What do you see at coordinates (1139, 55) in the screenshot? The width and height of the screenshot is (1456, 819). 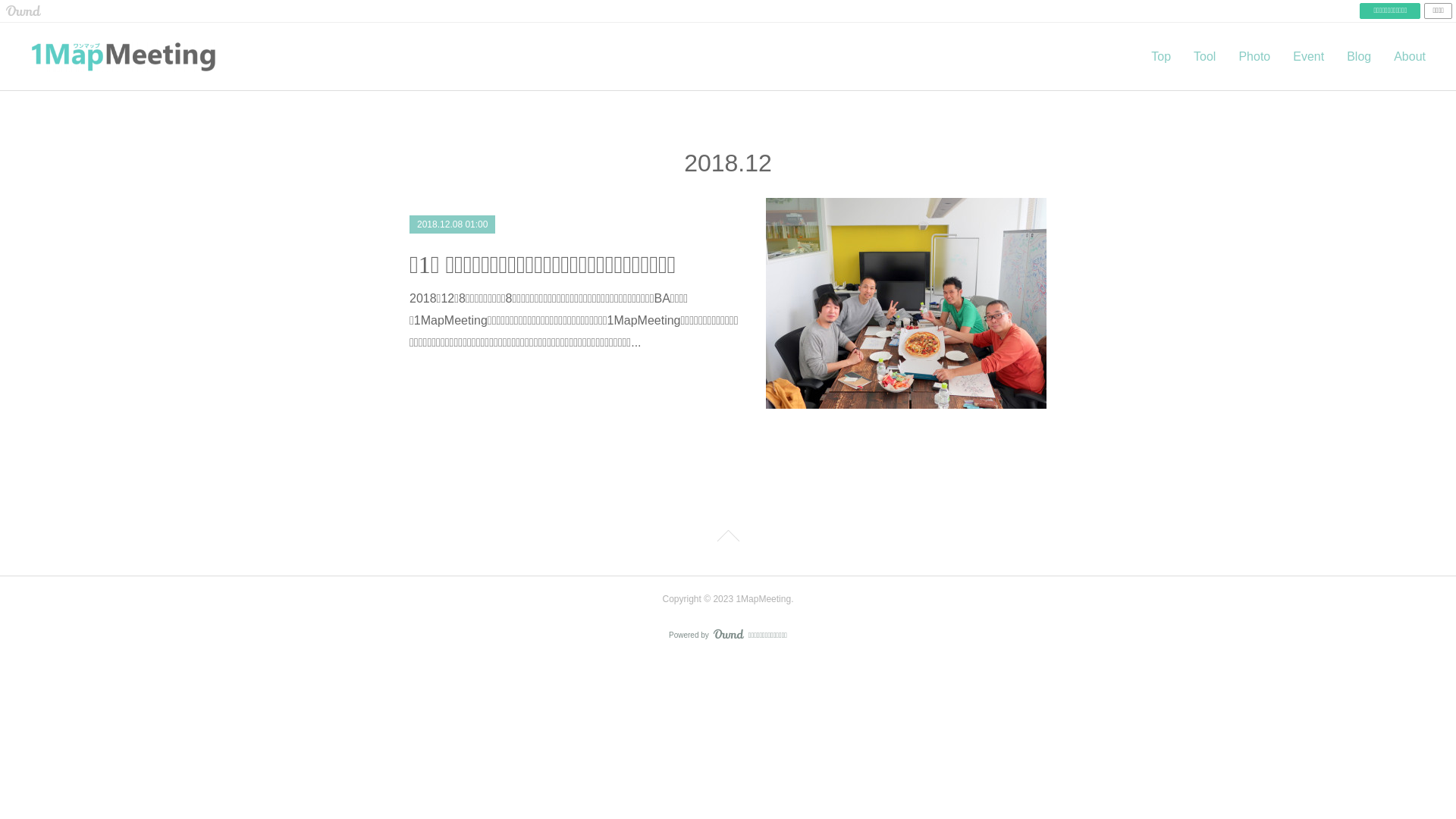 I see `'Top'` at bounding box center [1139, 55].